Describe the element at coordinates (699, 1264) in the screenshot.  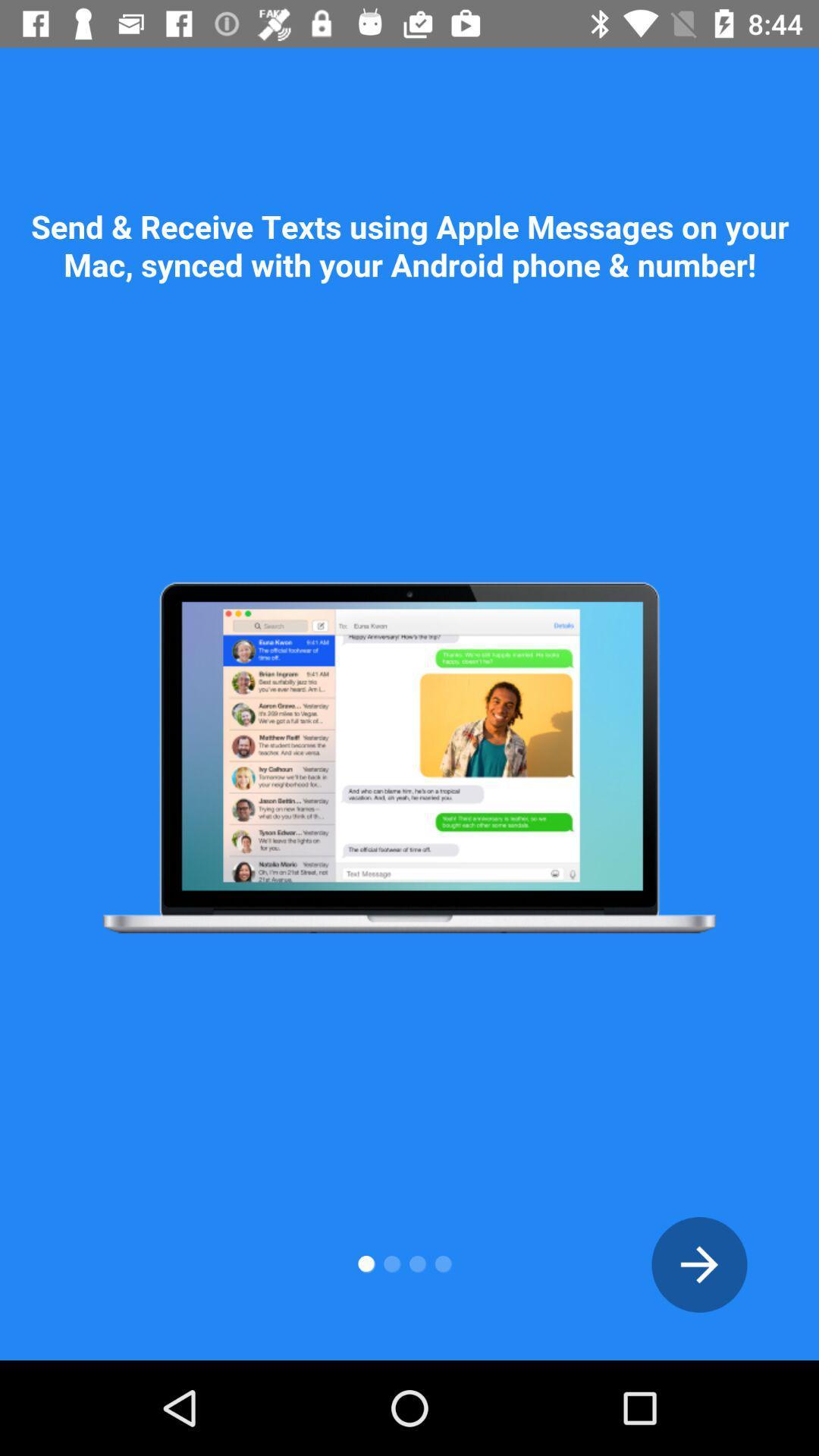
I see `next` at that location.